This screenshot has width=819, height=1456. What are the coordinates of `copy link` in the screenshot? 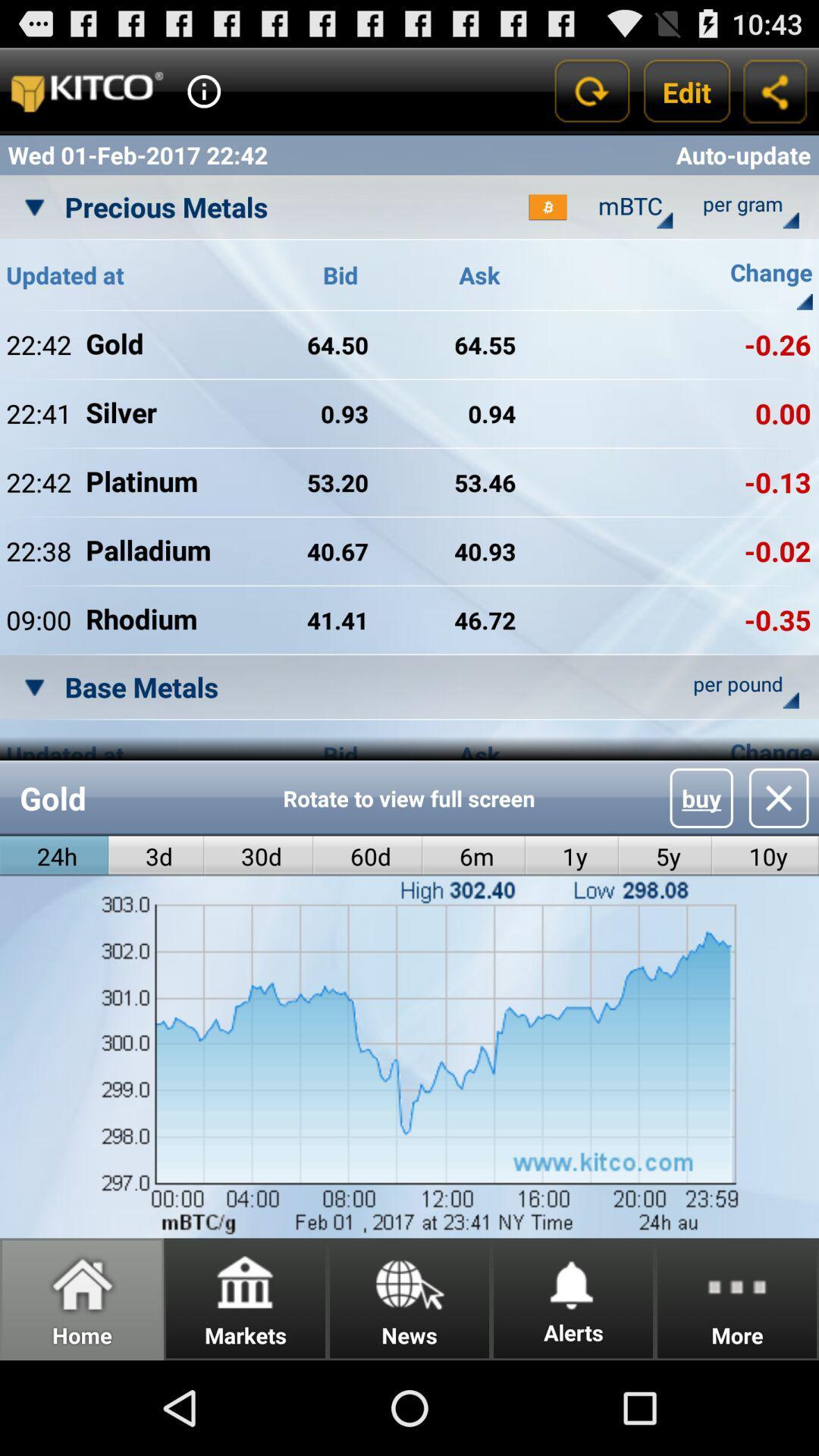 It's located at (775, 90).